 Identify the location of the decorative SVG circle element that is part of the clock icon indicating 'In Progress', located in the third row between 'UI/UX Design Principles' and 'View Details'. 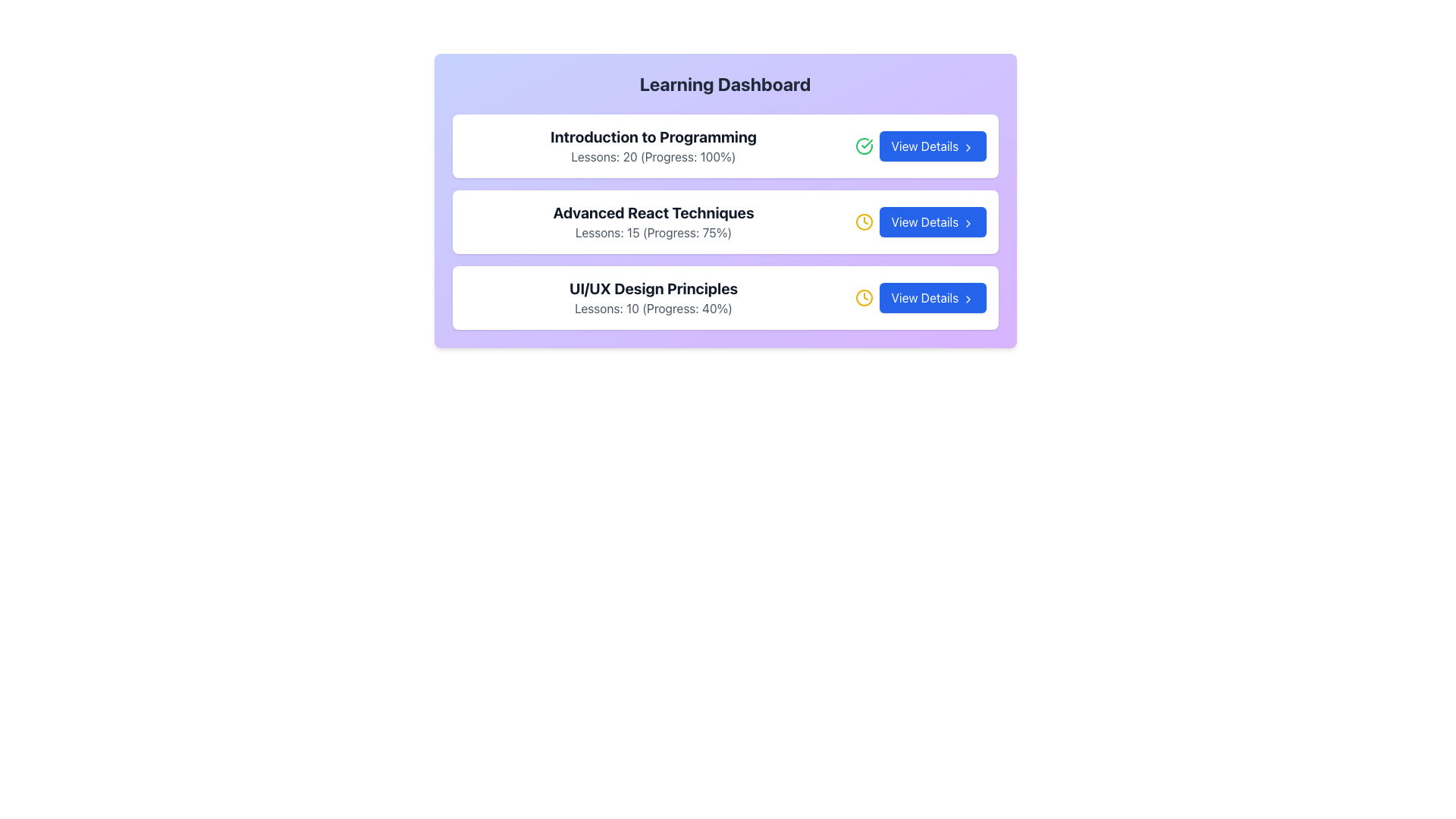
(864, 222).